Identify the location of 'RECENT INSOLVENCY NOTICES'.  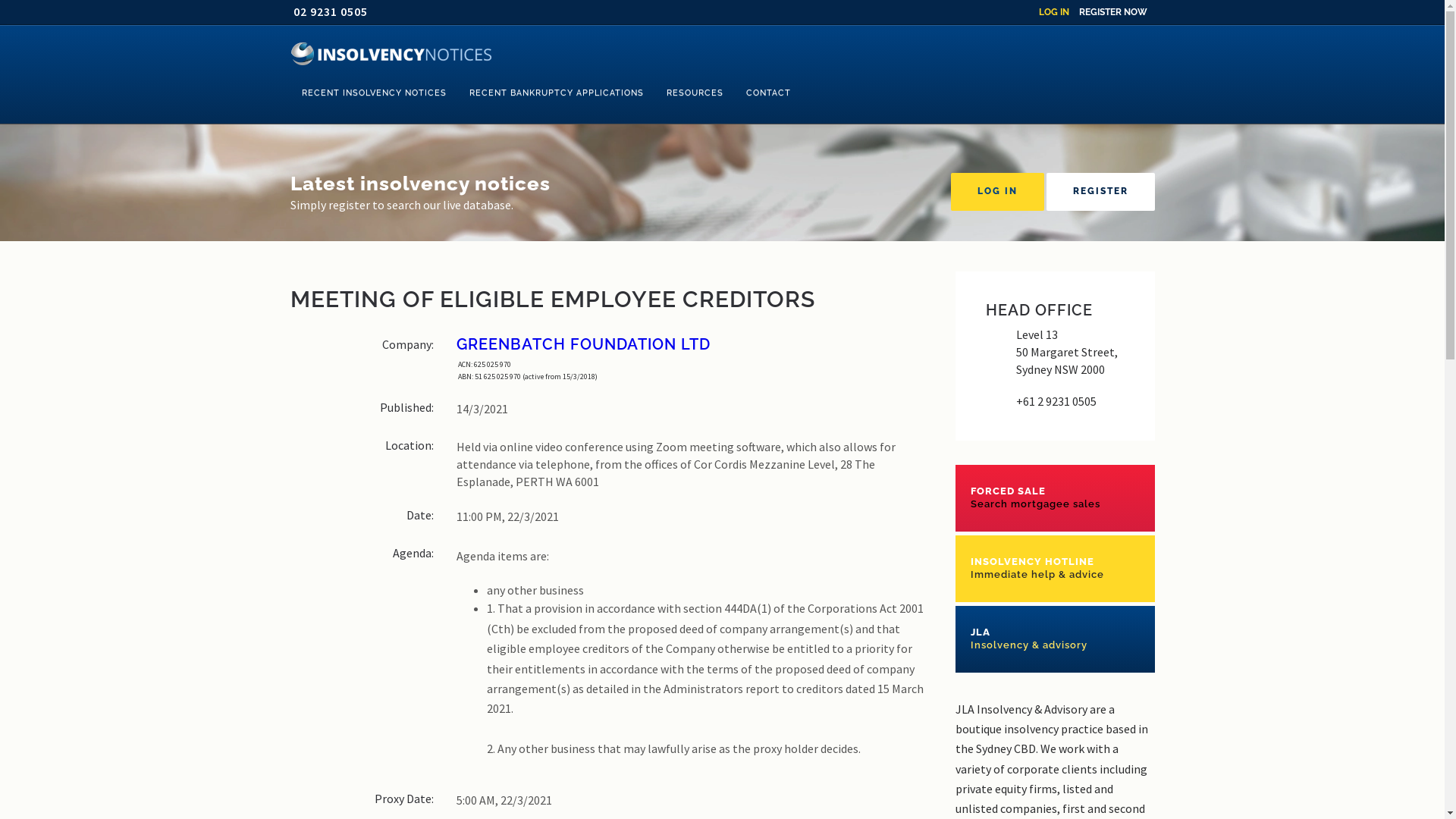
(290, 93).